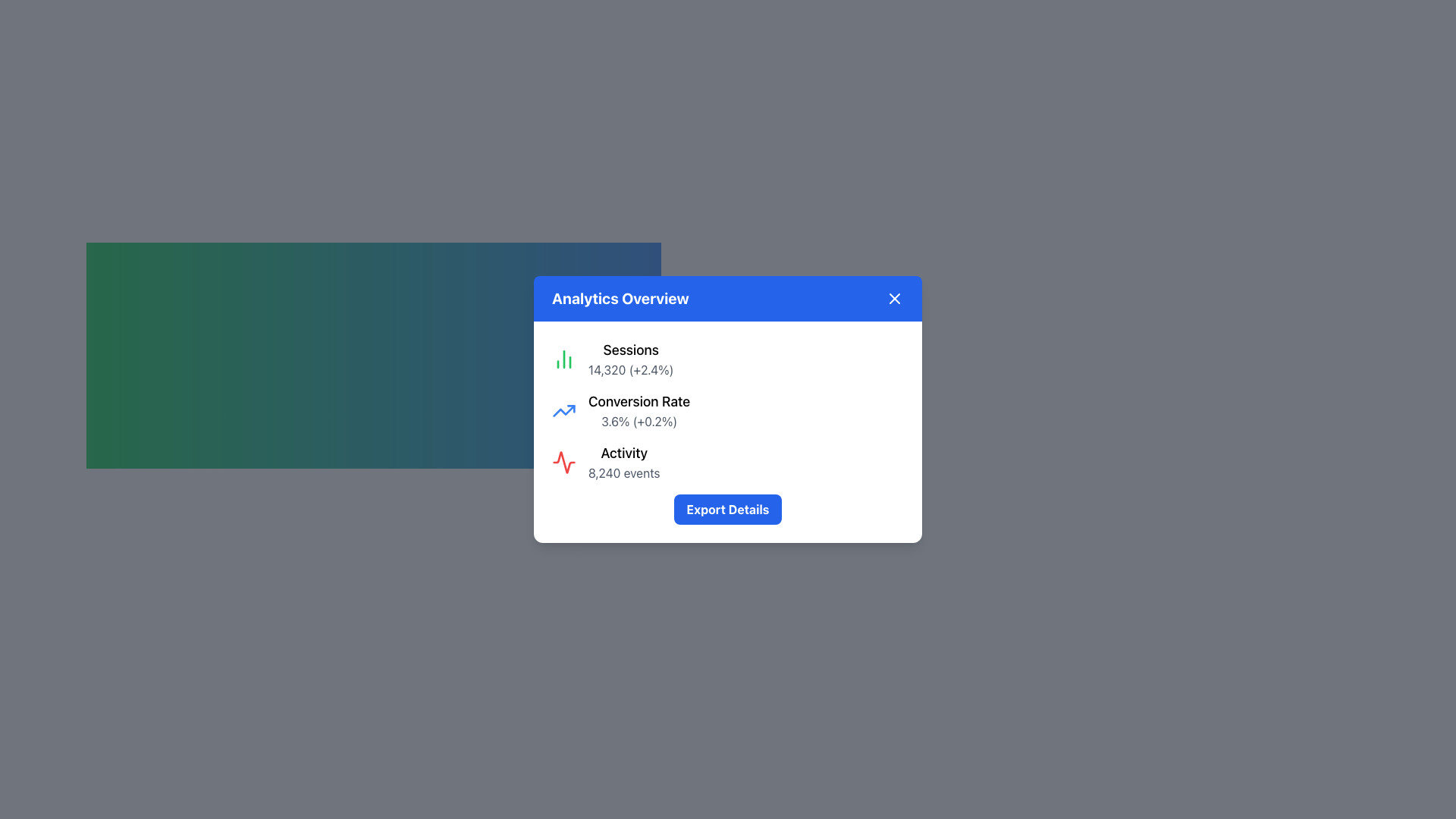 The image size is (1456, 819). What do you see at coordinates (728, 509) in the screenshot?
I see `the blue rectangular button labeled 'Export Details' located at the bottom center of the card to observe the hover effect` at bounding box center [728, 509].